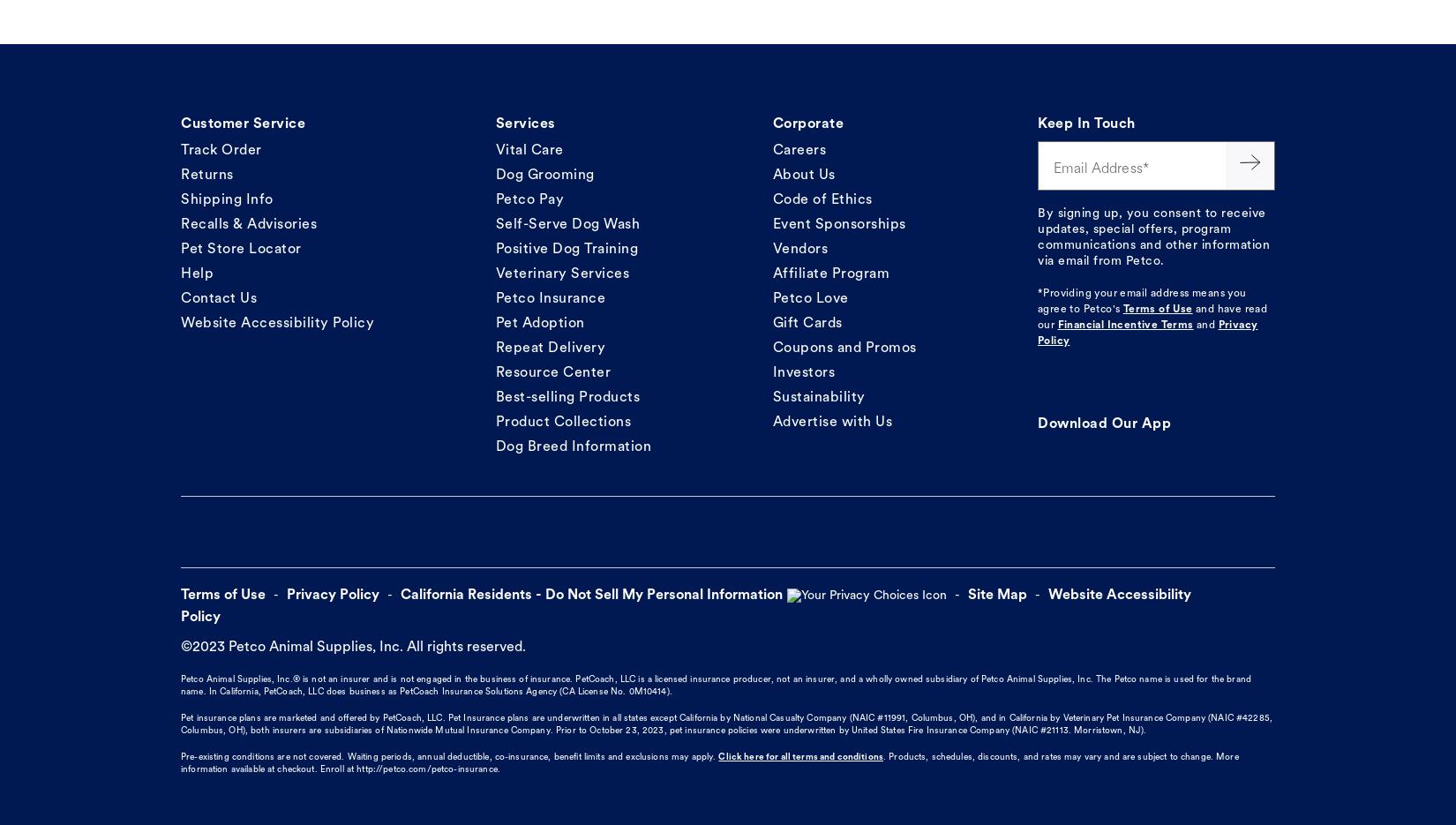 This screenshot has height=825, width=1456. I want to click on 'Help', so click(197, 274).